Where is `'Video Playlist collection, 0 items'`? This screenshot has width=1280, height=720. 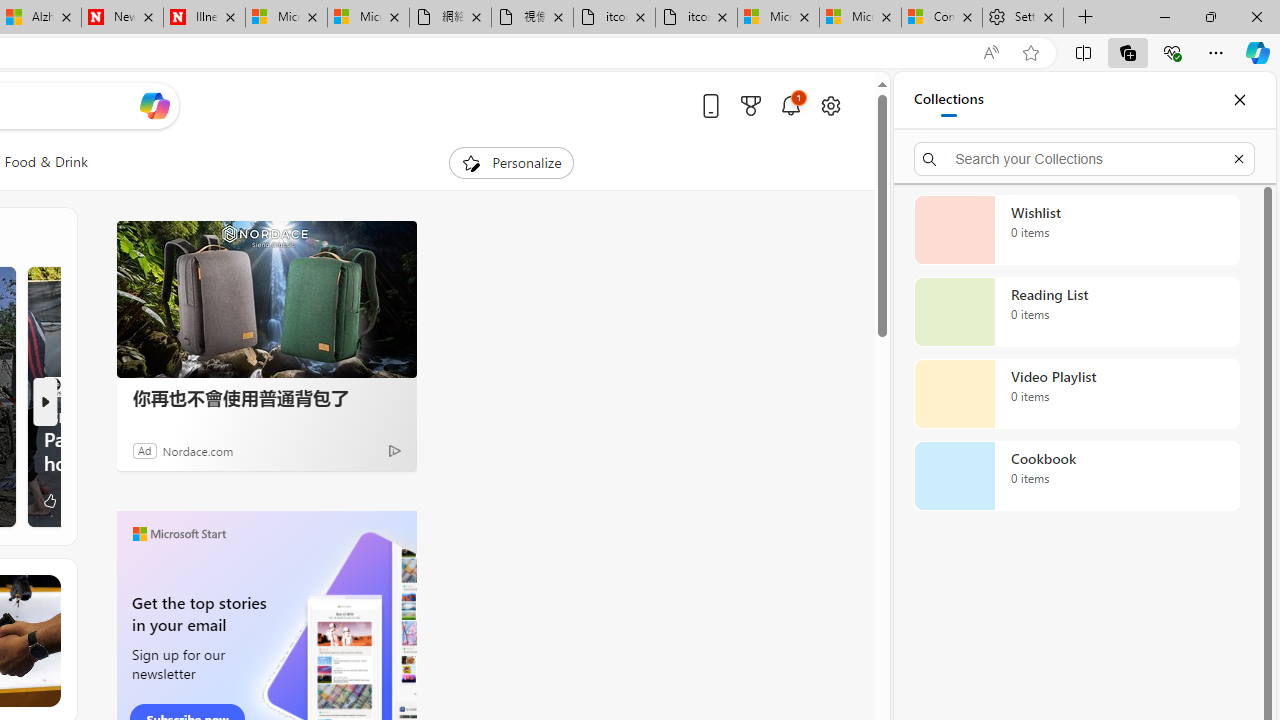
'Video Playlist collection, 0 items' is located at coordinates (1076, 394).